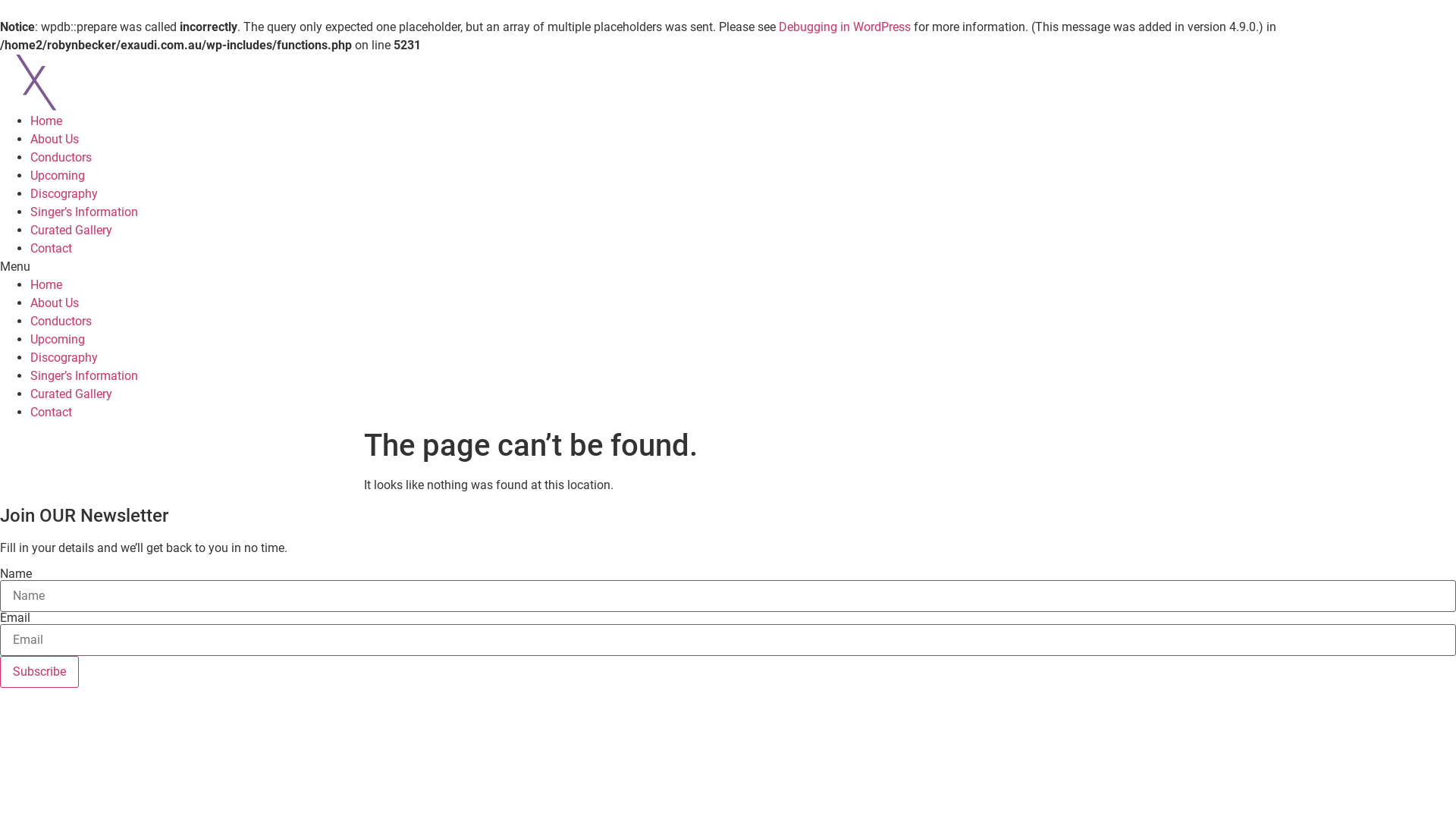  Describe the element at coordinates (71, 393) in the screenshot. I see `'Curated Gallery'` at that location.